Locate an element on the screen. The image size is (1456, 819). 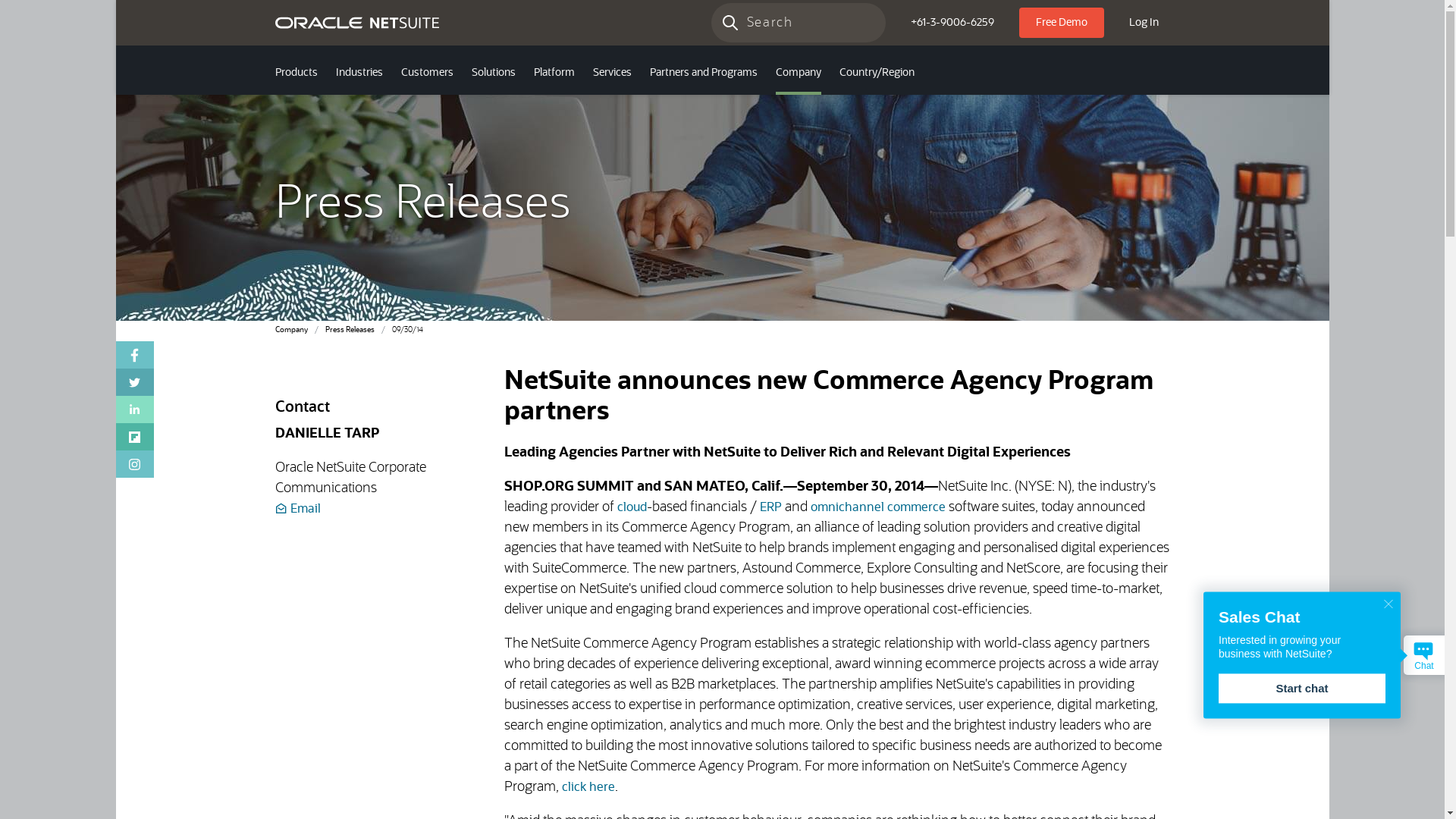
'ERP' is located at coordinates (770, 507).